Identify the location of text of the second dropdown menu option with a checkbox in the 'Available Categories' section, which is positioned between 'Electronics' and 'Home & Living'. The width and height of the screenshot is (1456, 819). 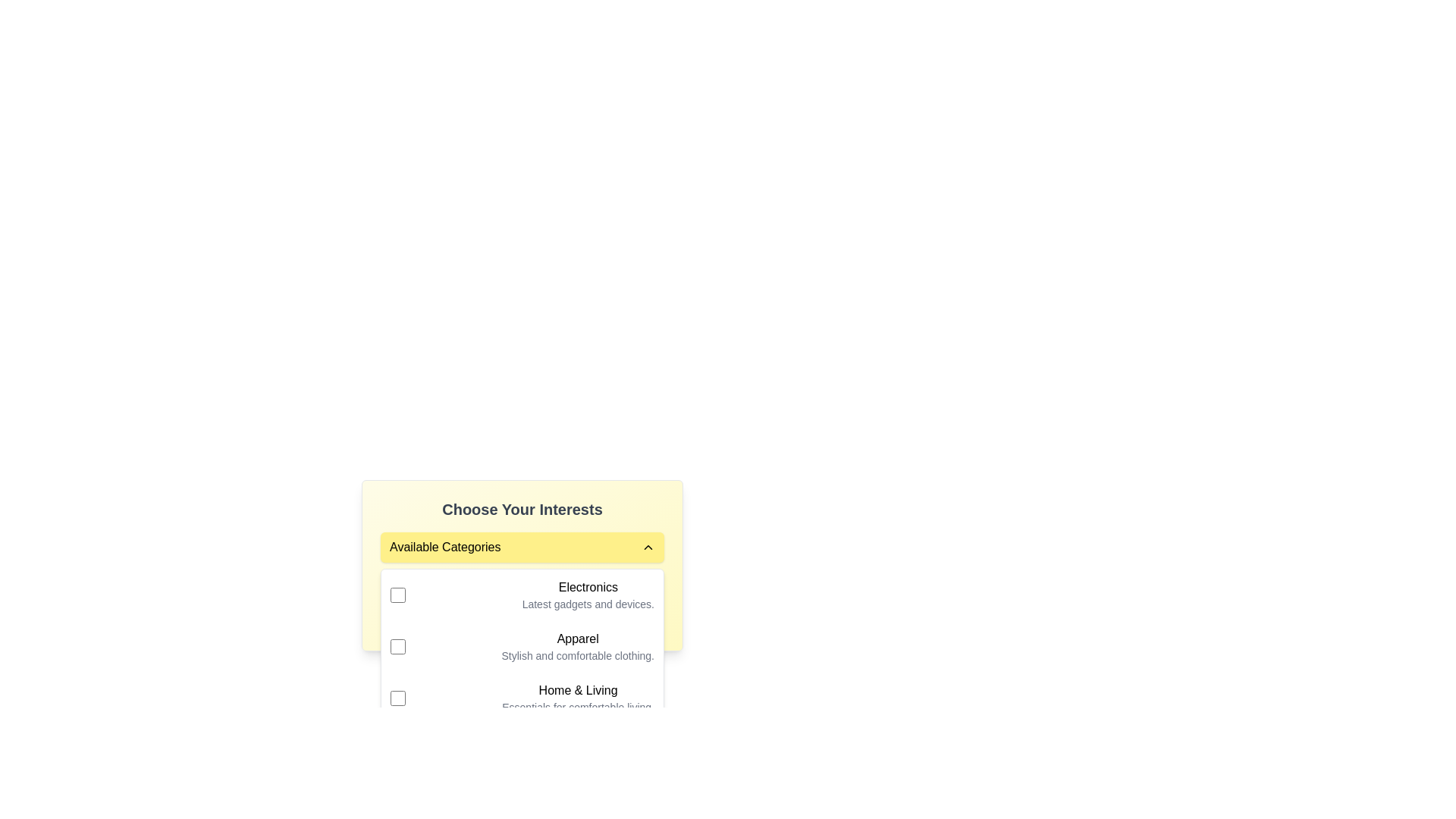
(522, 659).